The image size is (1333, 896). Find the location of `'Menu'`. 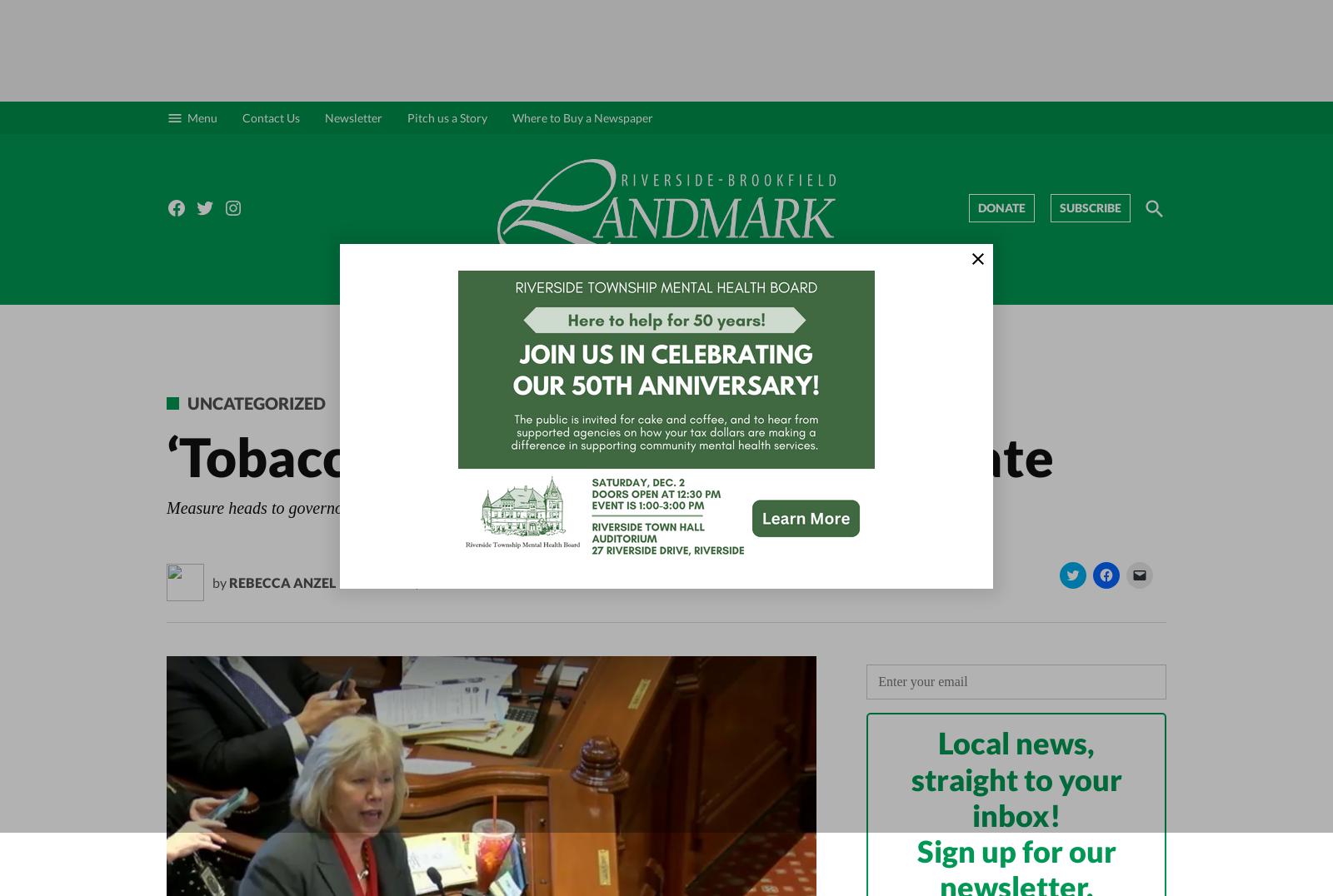

'Menu' is located at coordinates (202, 117).